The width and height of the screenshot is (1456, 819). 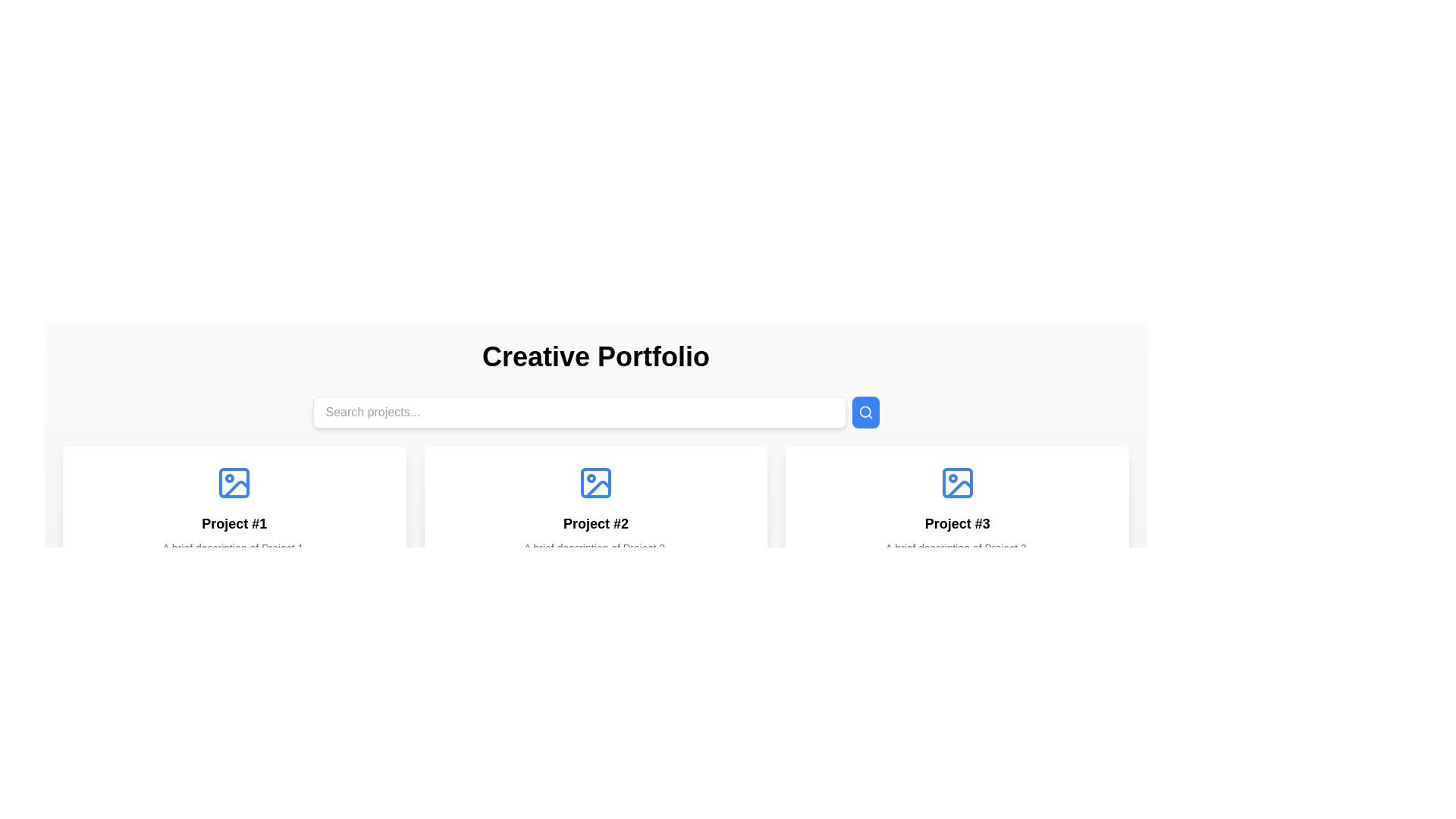 What do you see at coordinates (956, 482) in the screenshot?
I see `the SVG icon at the top-center of the third project's card` at bounding box center [956, 482].